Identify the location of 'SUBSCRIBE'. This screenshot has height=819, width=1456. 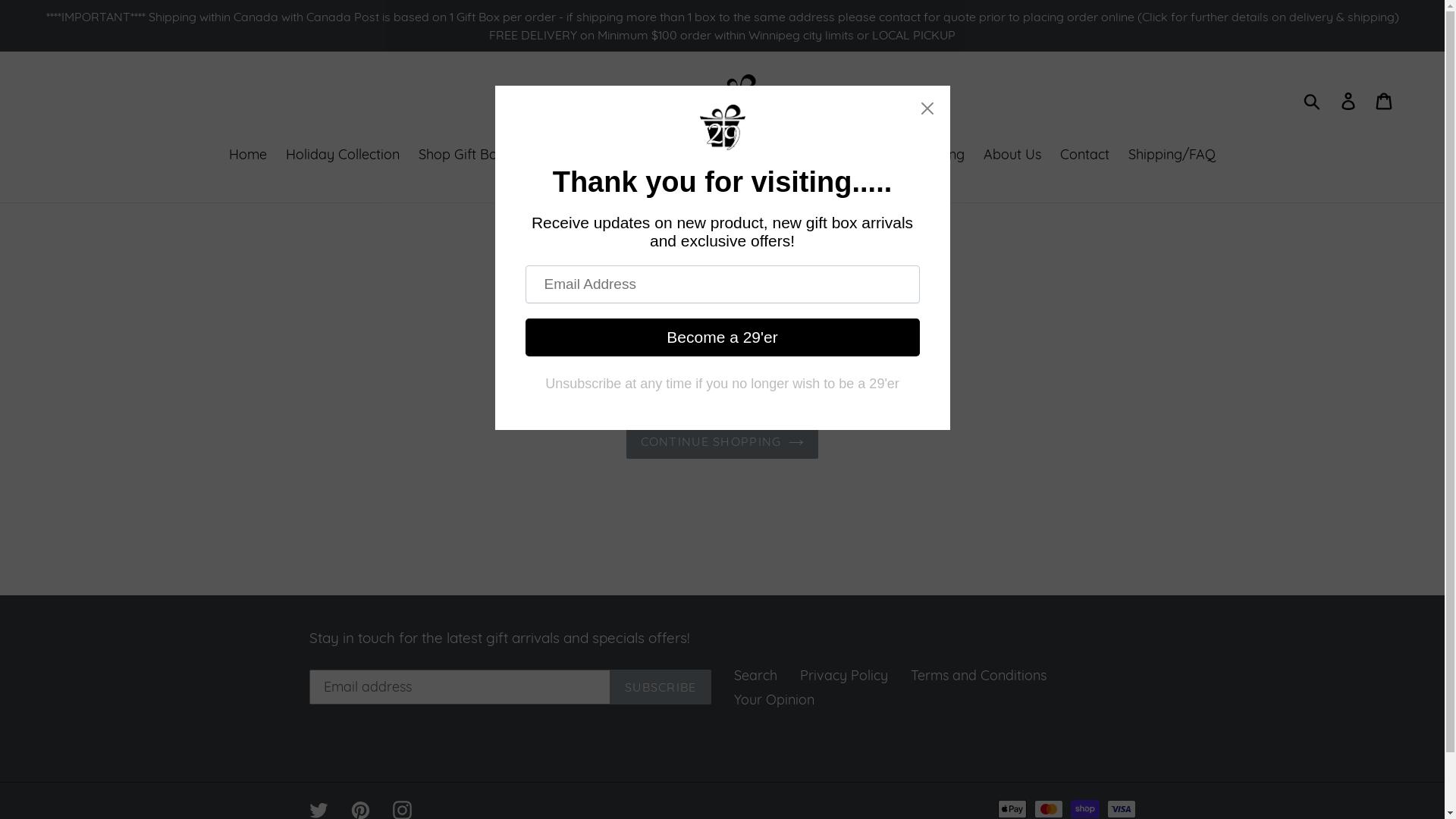
(661, 687).